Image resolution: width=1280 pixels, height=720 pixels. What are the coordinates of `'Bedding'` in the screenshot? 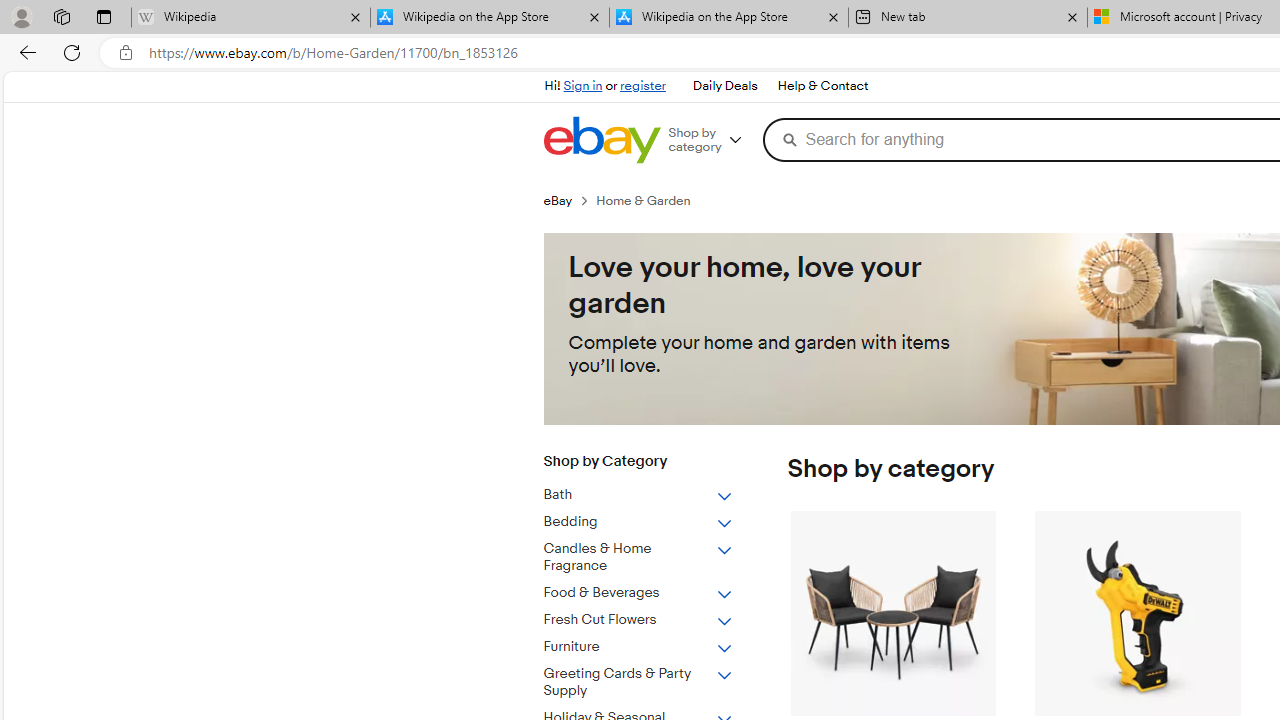 It's located at (637, 521).